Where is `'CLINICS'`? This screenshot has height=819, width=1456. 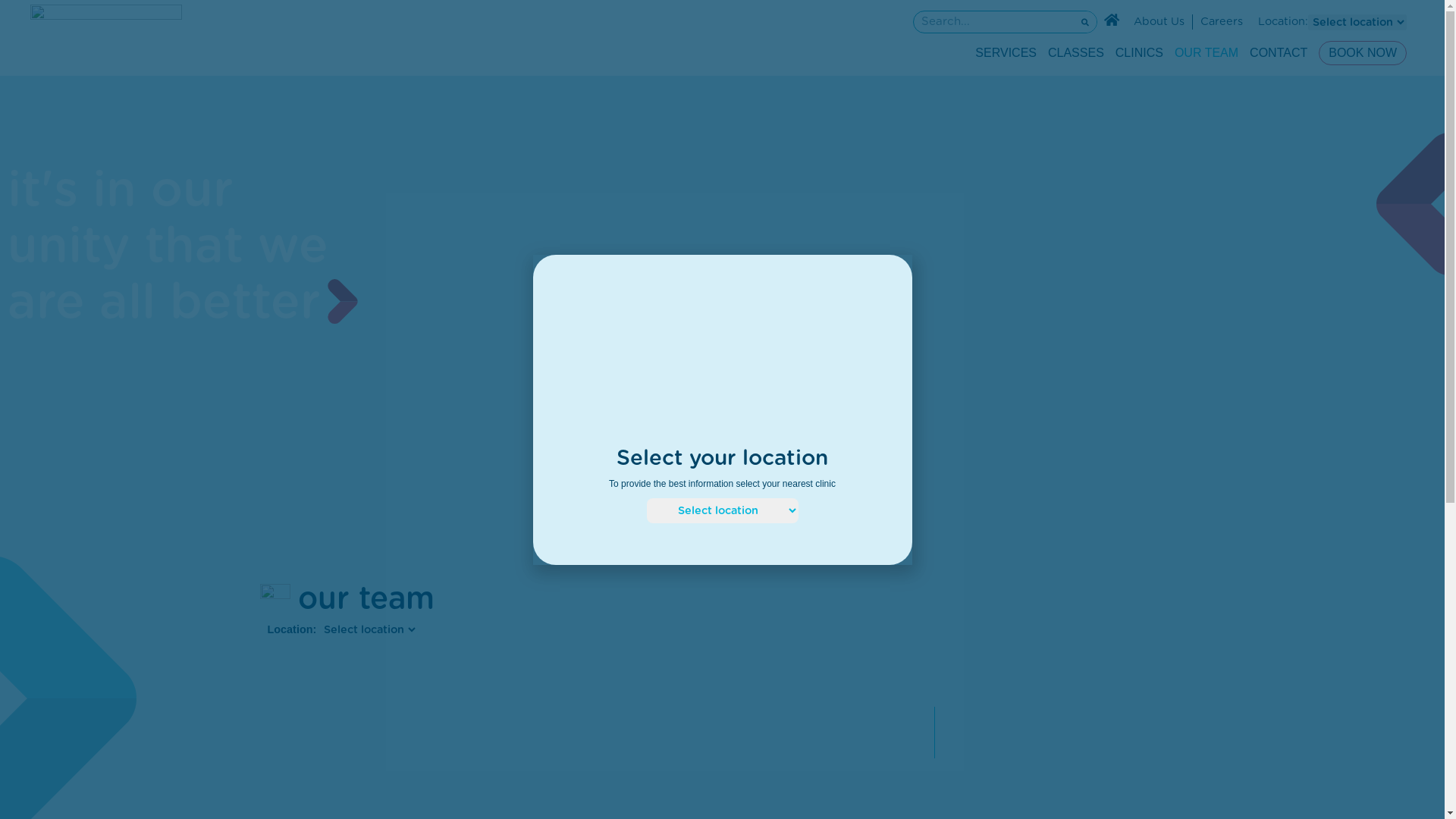
'CLINICS' is located at coordinates (1139, 52).